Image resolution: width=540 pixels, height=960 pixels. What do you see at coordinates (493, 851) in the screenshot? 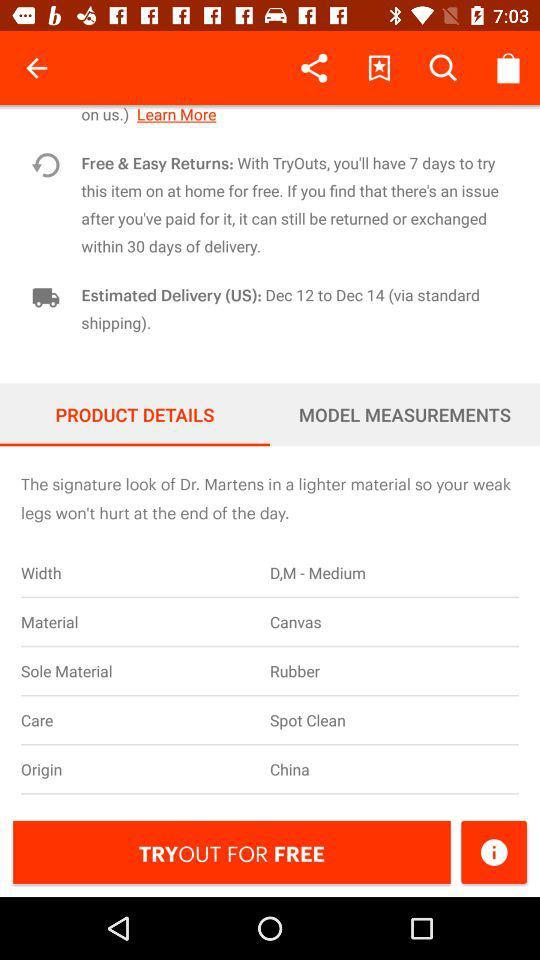
I see `the icon below china item` at bounding box center [493, 851].